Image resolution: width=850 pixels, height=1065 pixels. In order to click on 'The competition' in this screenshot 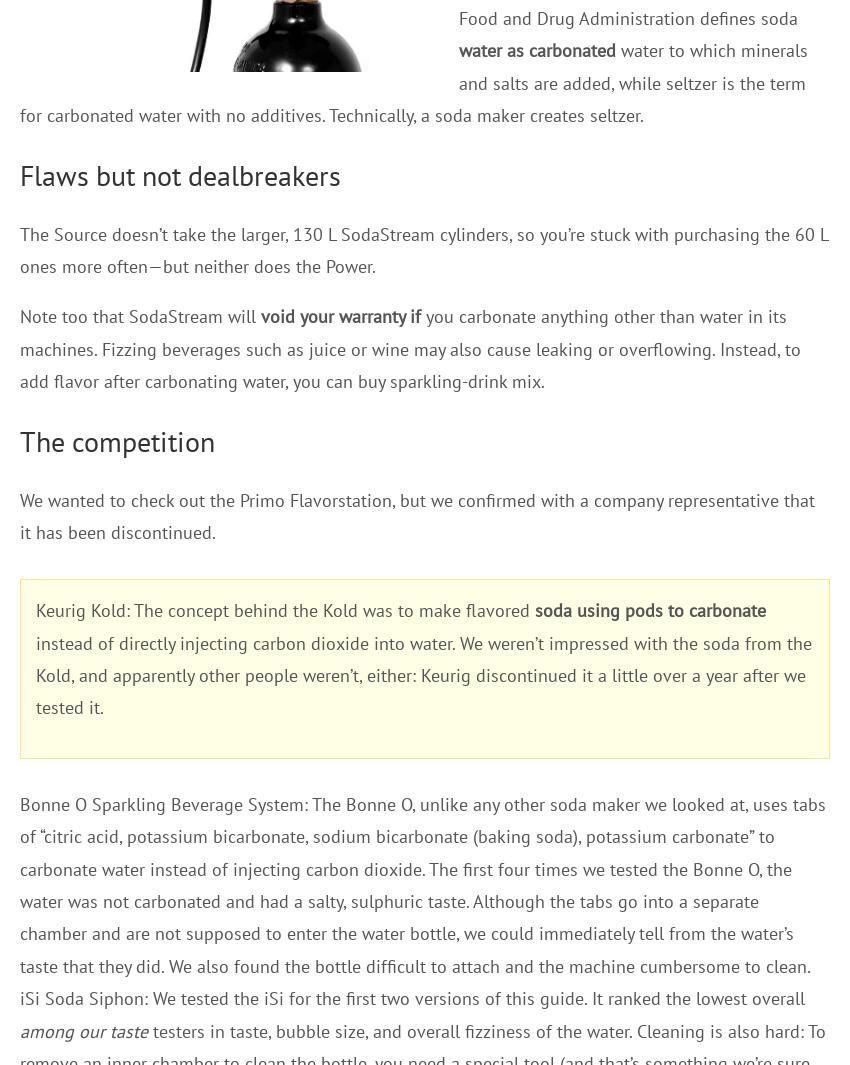, I will do `click(116, 439)`.